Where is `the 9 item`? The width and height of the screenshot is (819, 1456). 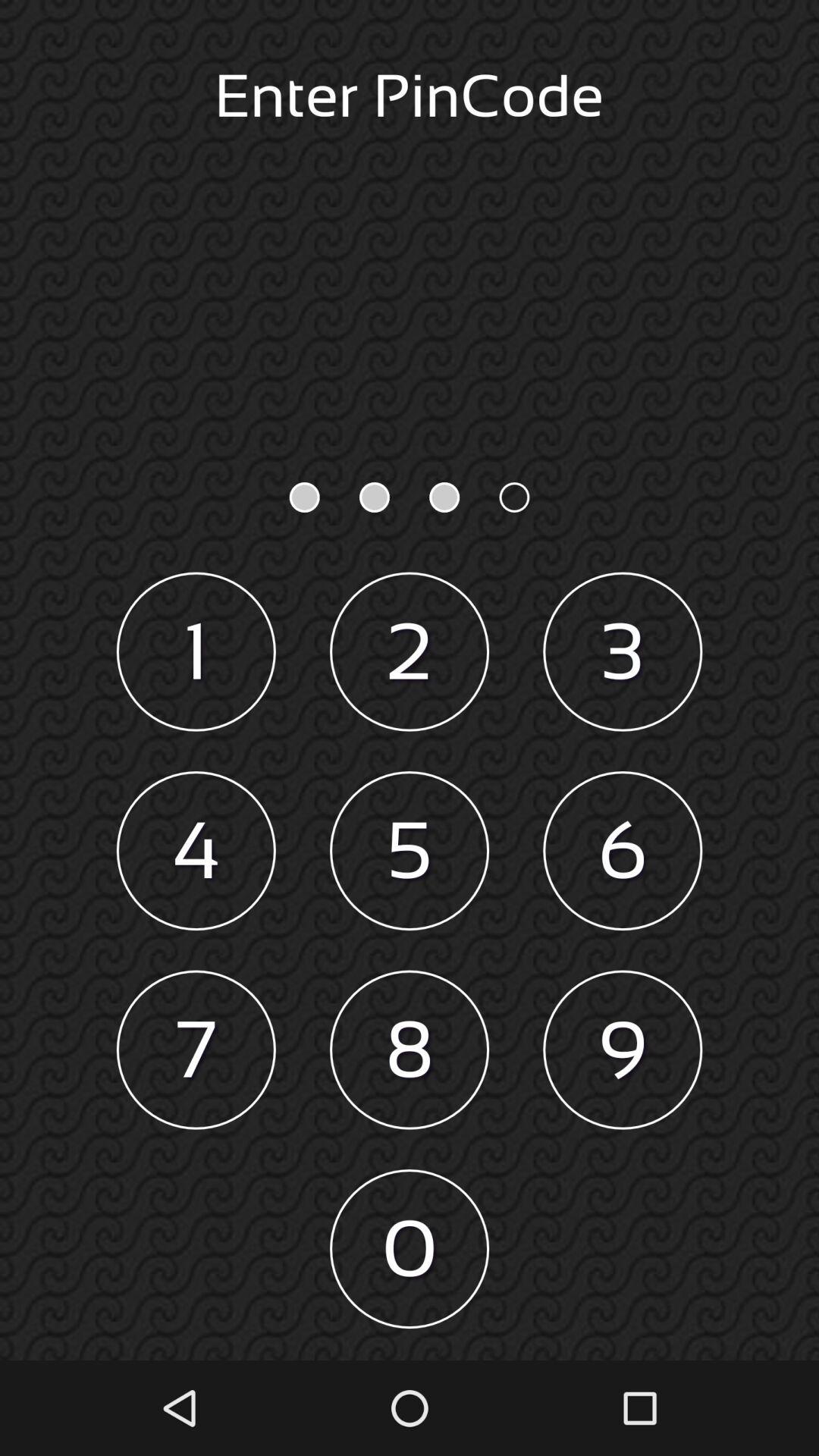 the 9 item is located at coordinates (623, 1049).